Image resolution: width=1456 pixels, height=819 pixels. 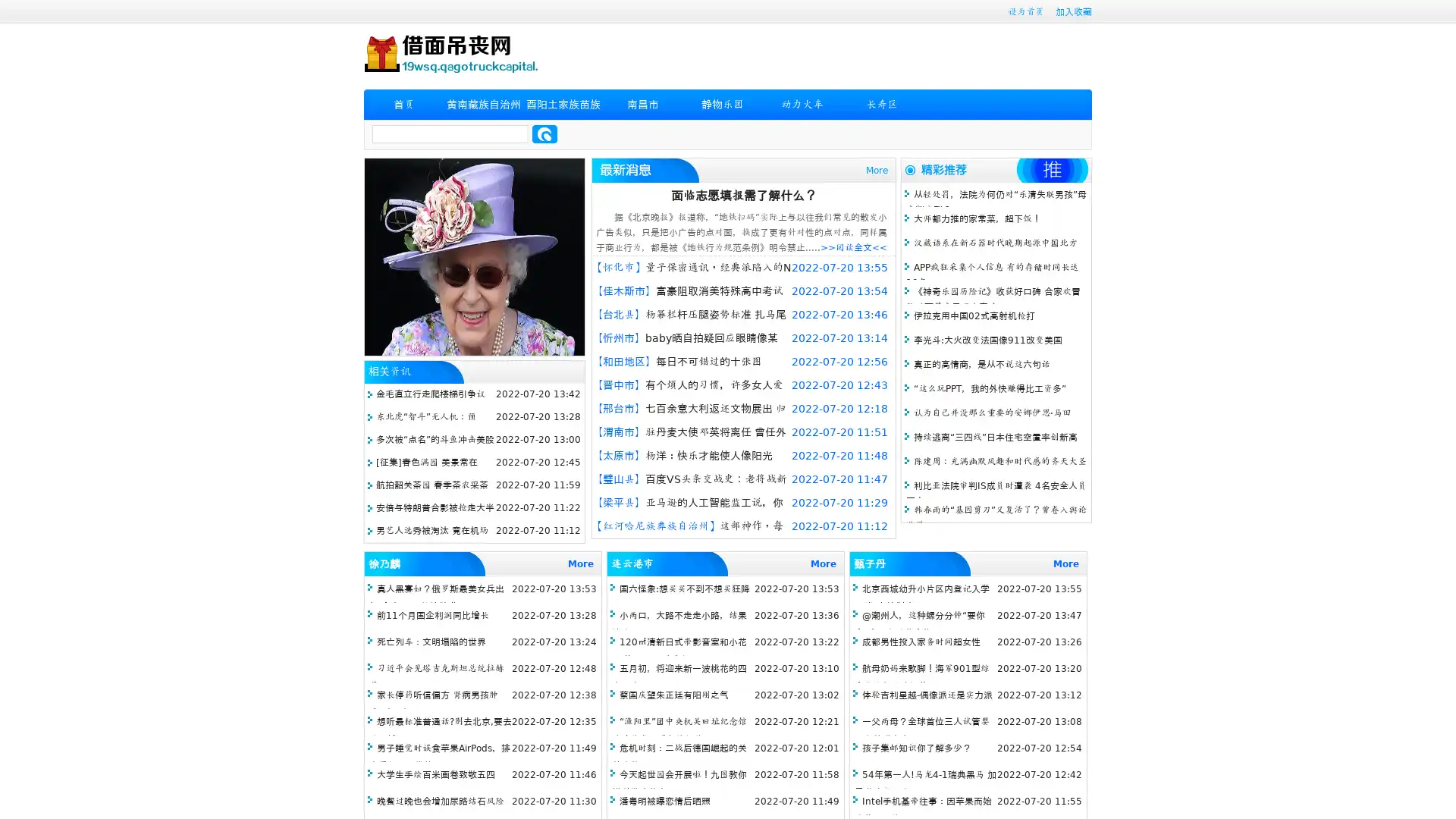 I want to click on Search, so click(x=544, y=133).